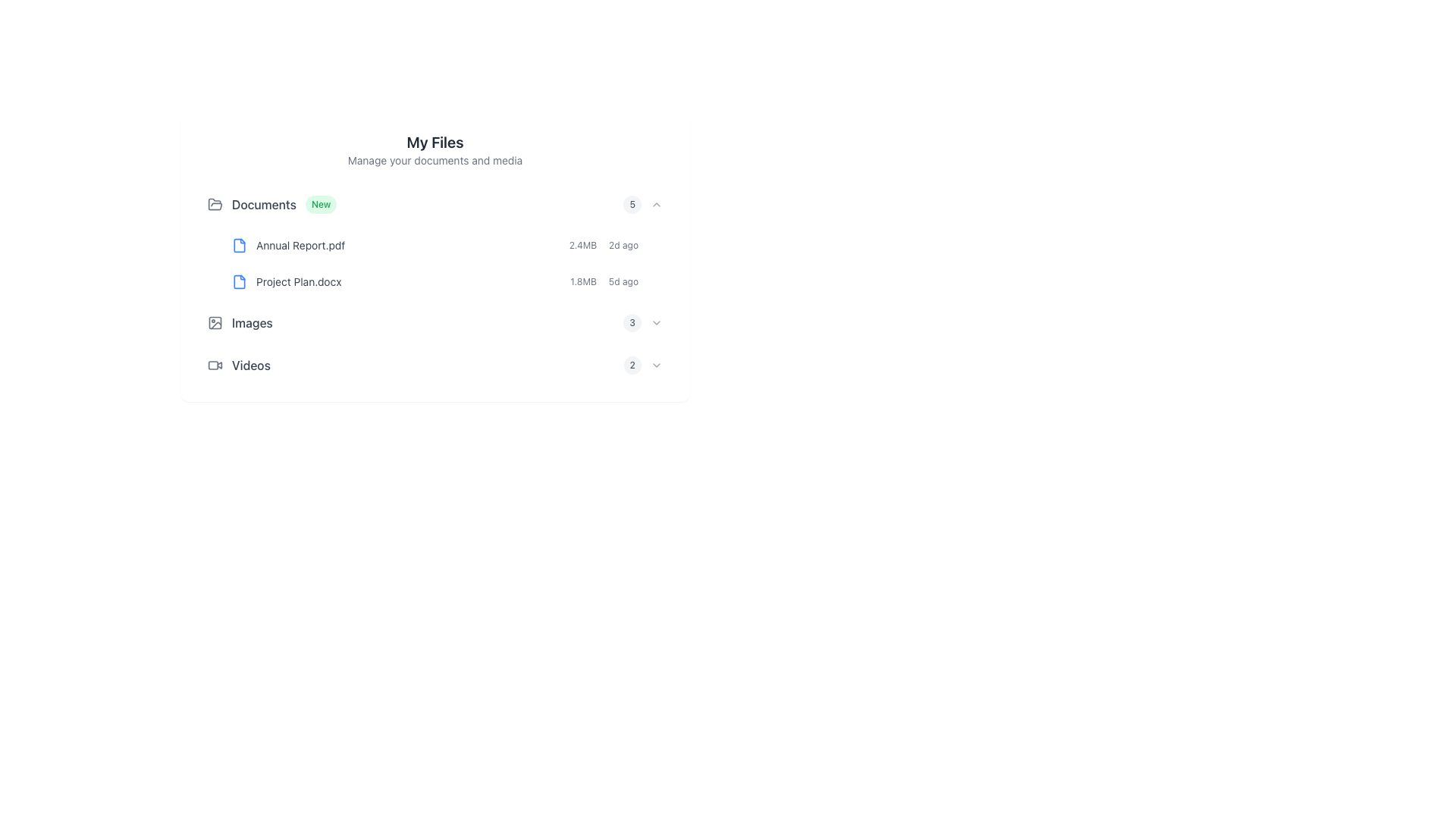 The height and width of the screenshot is (819, 1456). I want to click on the fourth row list item in the 'My Files' section, so click(435, 366).